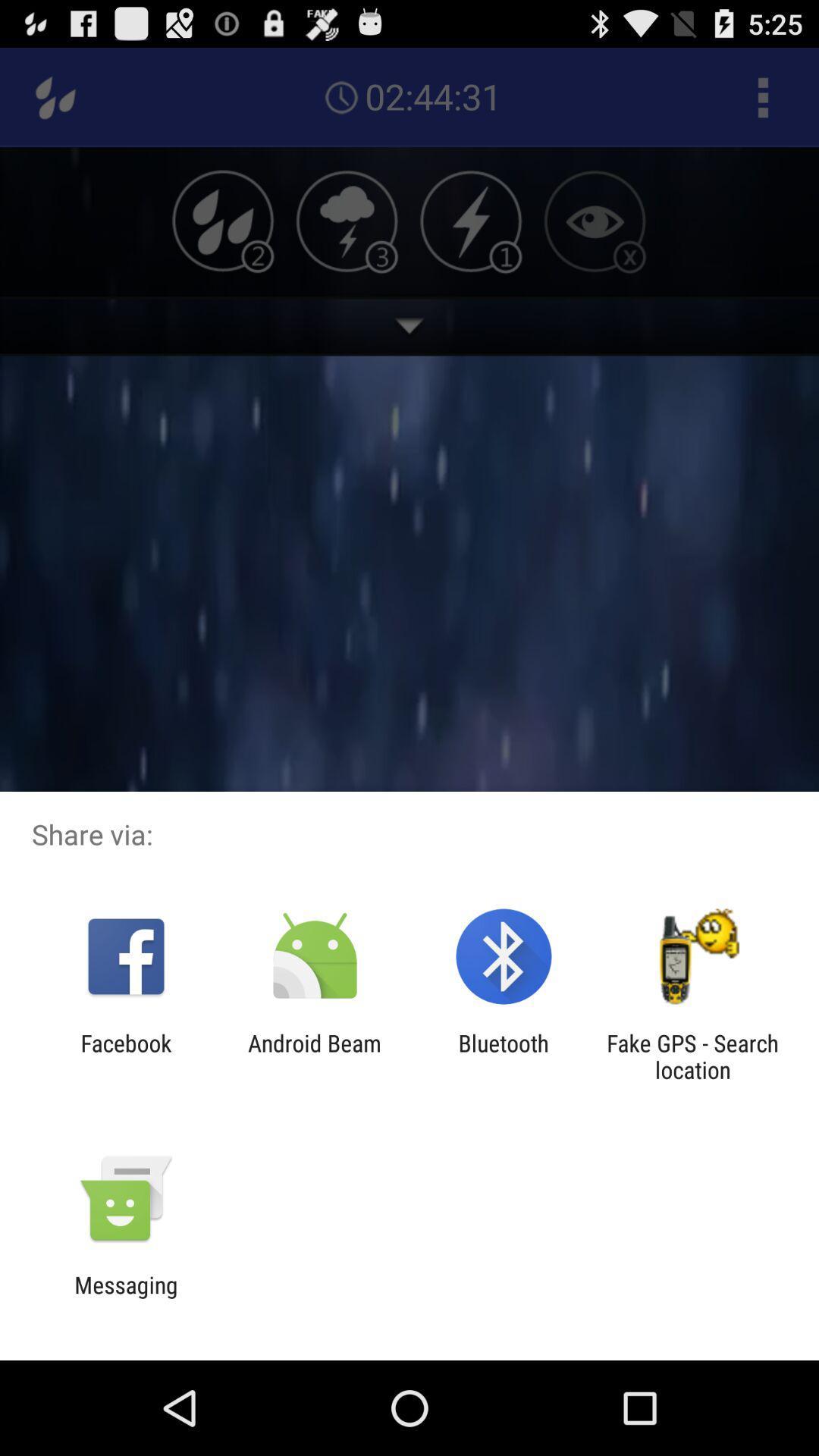  What do you see at coordinates (504, 1056) in the screenshot?
I see `the app to the left of fake gps search item` at bounding box center [504, 1056].